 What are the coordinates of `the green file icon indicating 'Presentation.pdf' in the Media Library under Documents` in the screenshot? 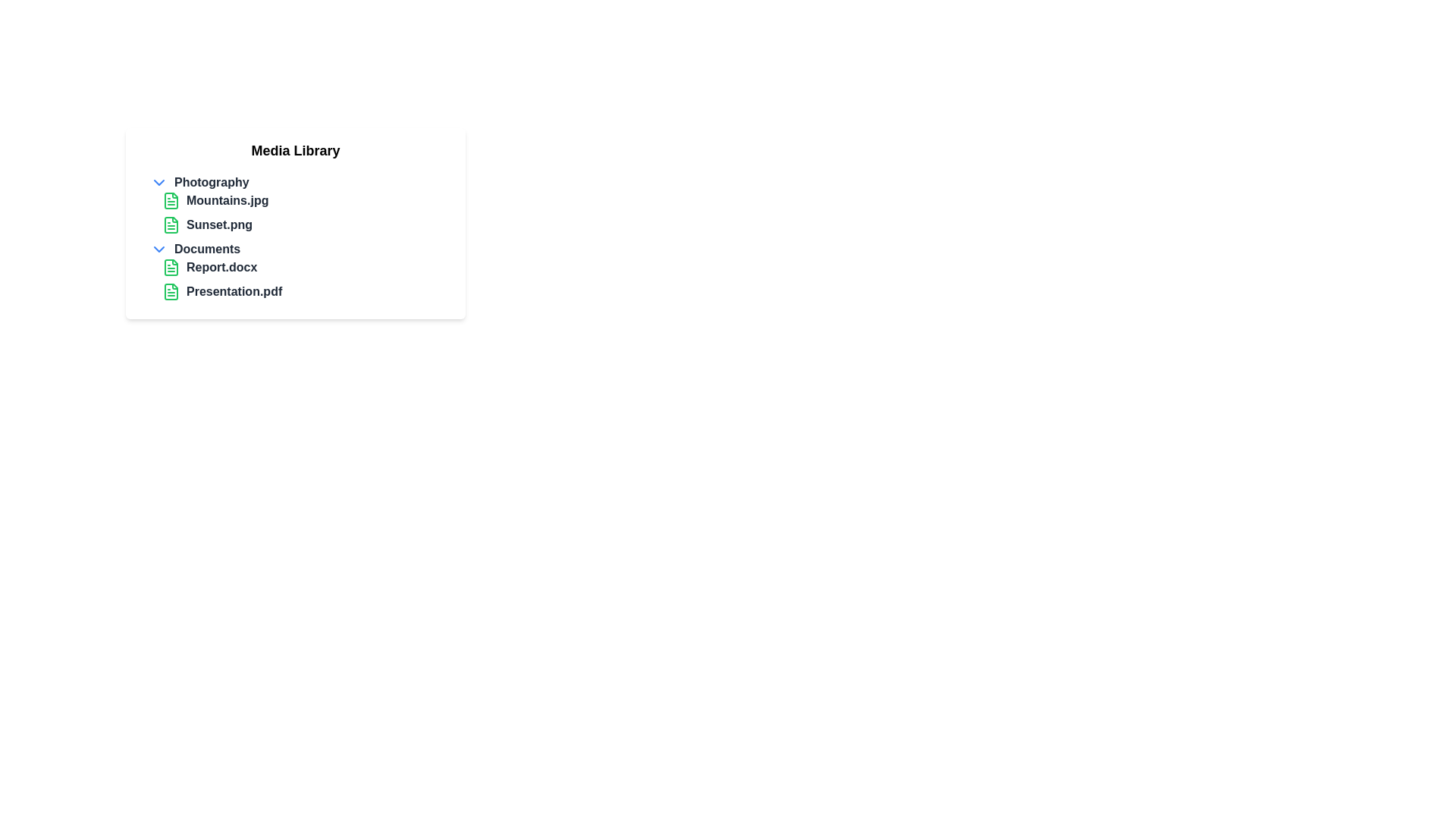 It's located at (171, 292).